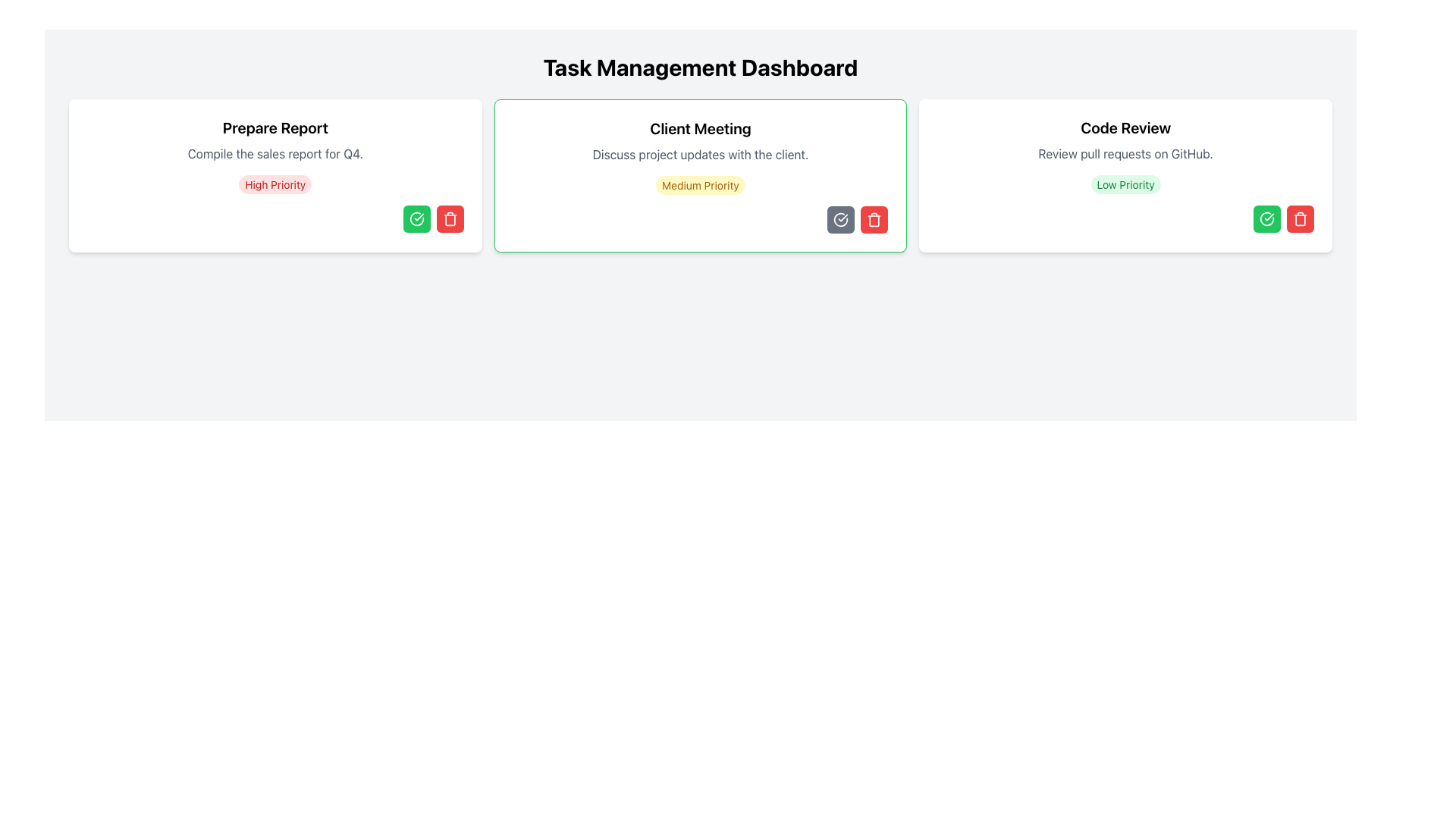  I want to click on the green circular icon with a checkmark located at the bottom-right corner of the 'Code Review' card in the 'Task Management Dashboard', so click(1266, 219).